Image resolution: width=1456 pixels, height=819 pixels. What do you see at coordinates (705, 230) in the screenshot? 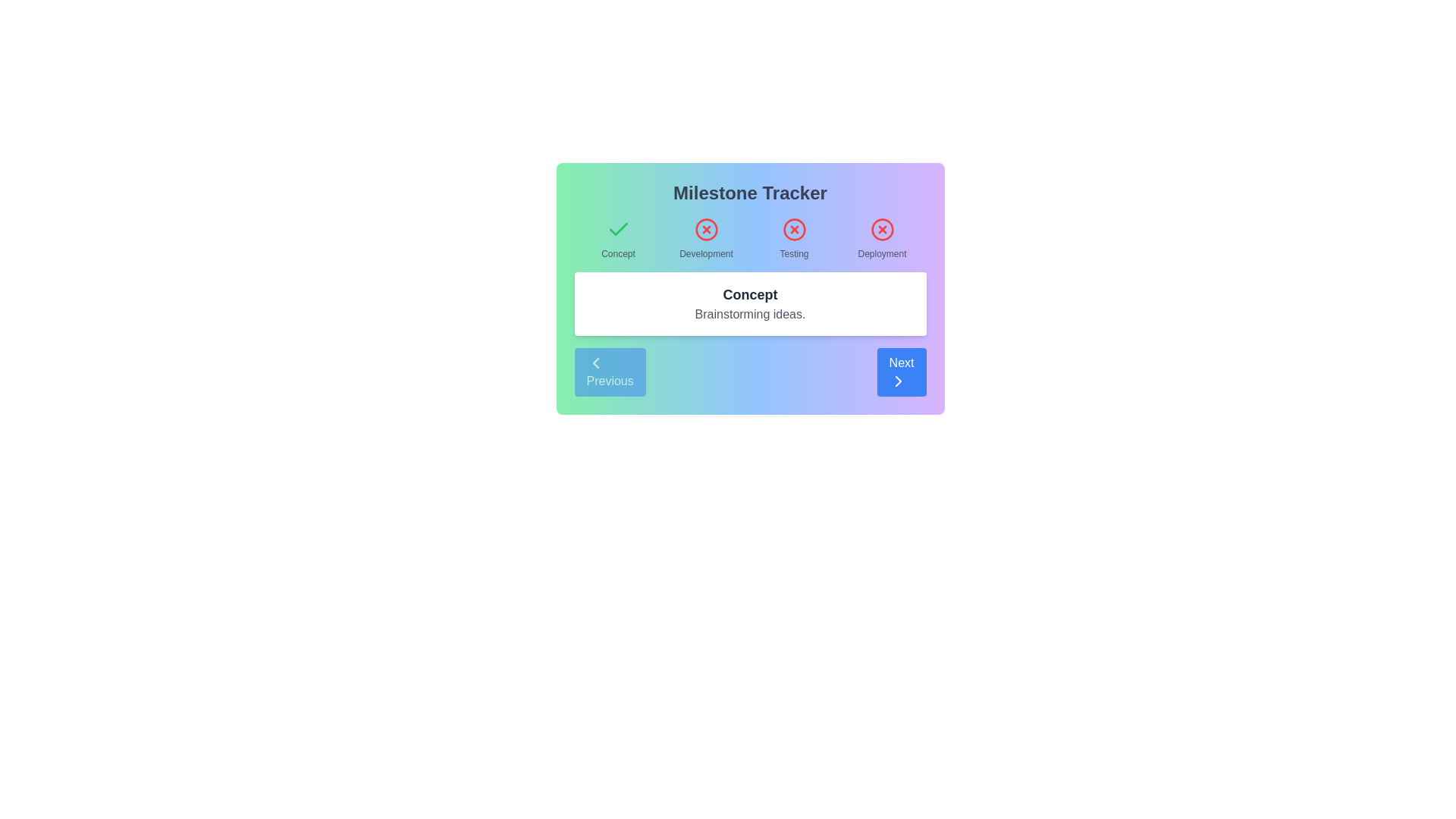
I see `the circular red-stroke icon with an 'X' symbol, located above the 'Development' label in the second section of the progress bar` at bounding box center [705, 230].